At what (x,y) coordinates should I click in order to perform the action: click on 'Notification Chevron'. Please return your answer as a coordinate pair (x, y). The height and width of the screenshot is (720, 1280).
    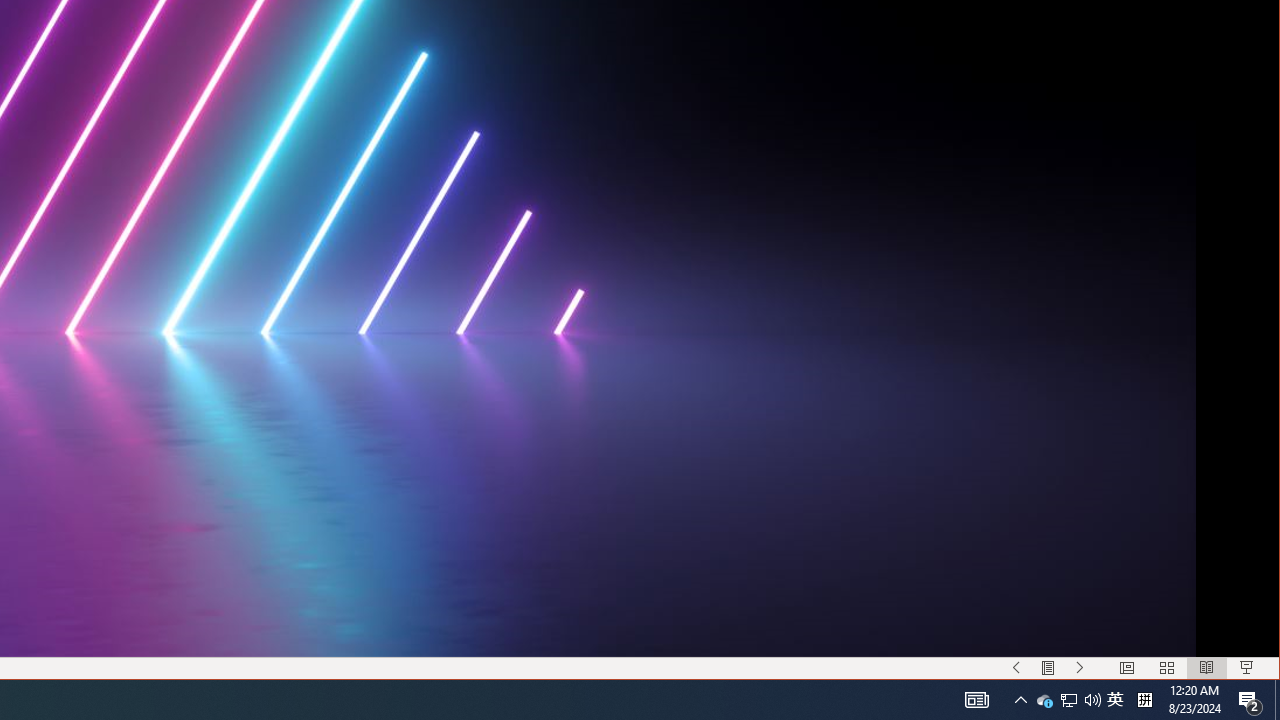
    Looking at the image, I should click on (1020, 698).